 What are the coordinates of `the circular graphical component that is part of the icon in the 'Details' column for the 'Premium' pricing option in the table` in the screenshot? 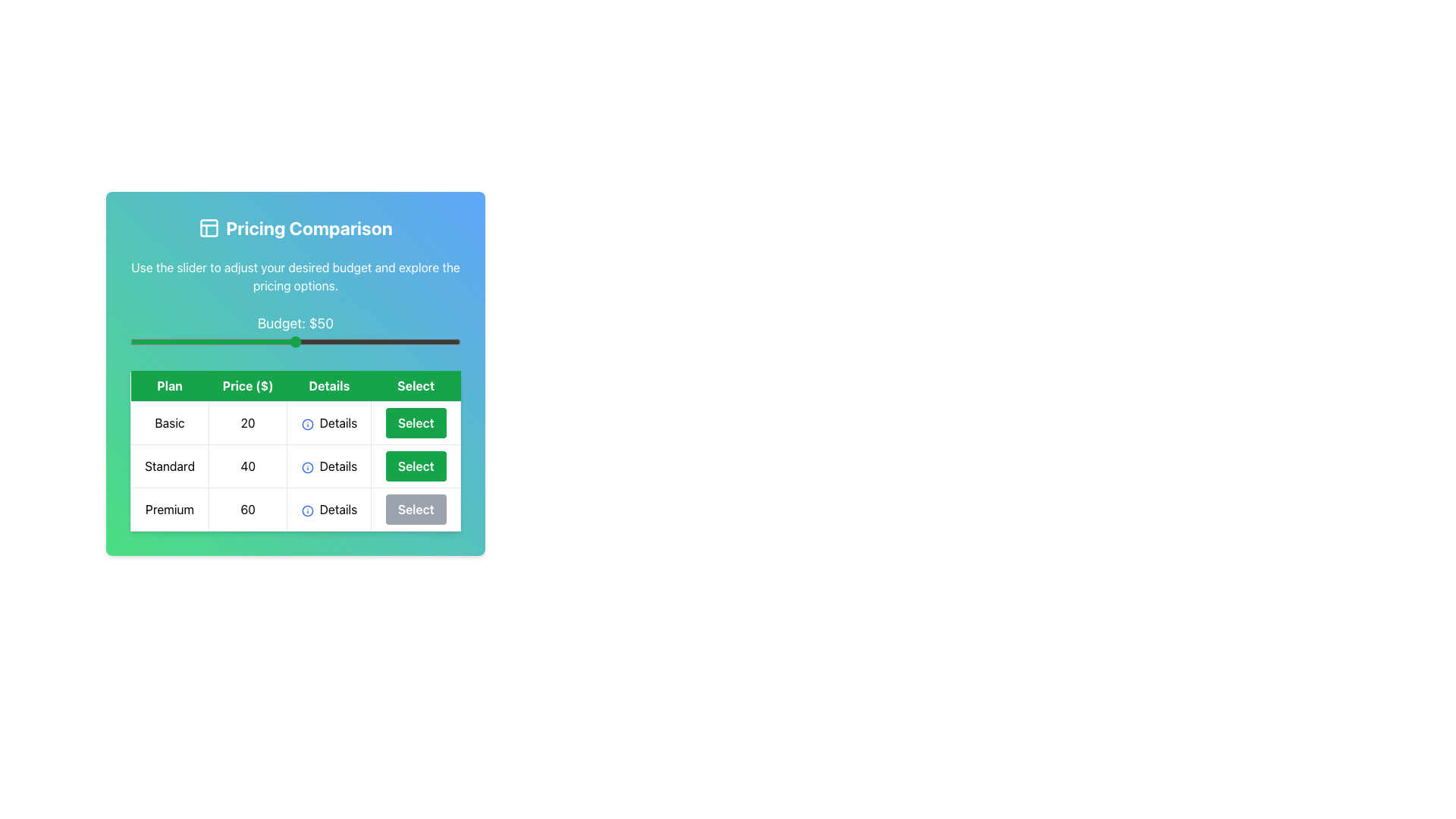 It's located at (306, 510).